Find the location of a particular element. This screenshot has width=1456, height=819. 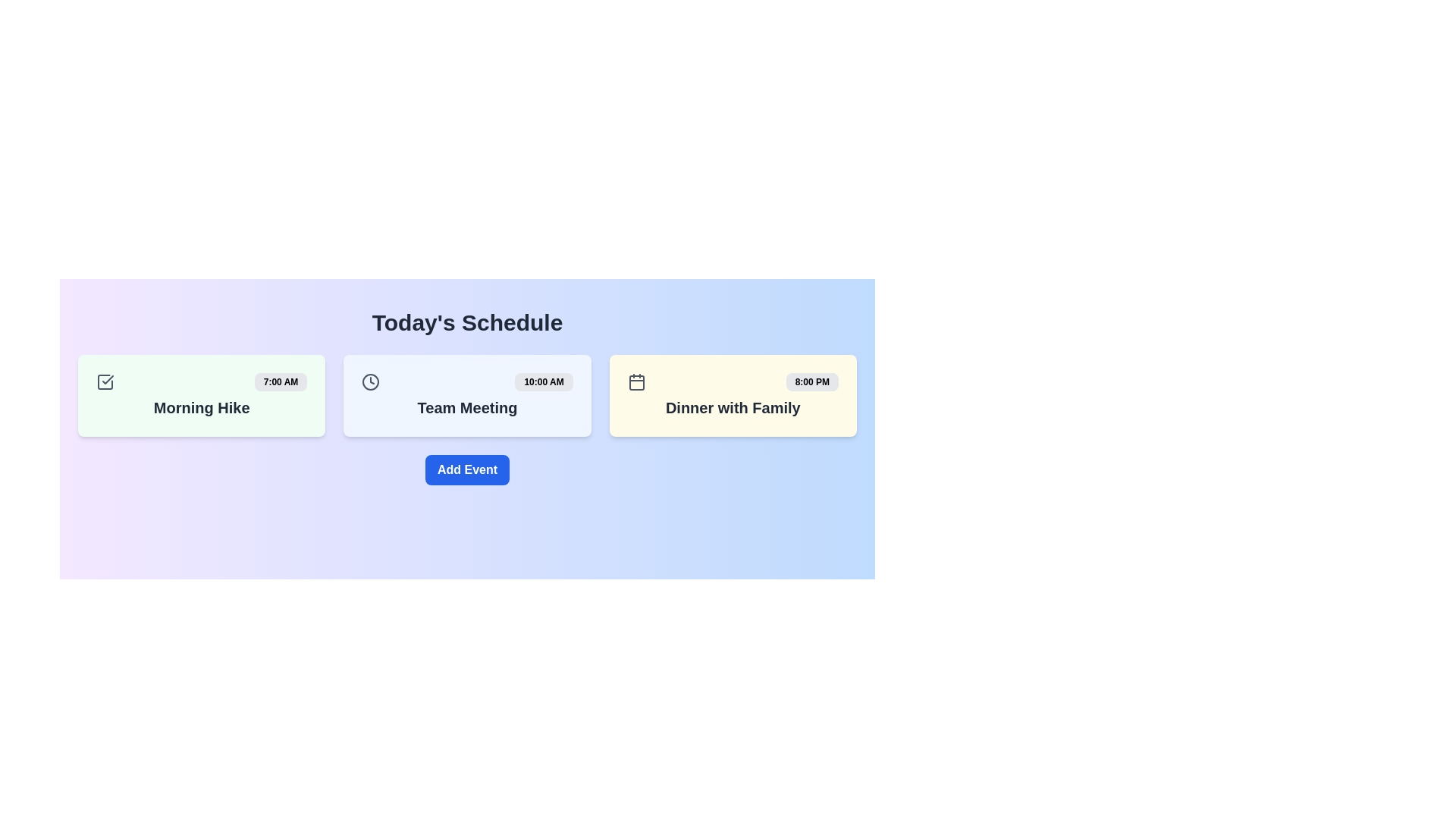

the calendar icon located to the left of the text 'Dinner with Family' within the third card of event cards is located at coordinates (636, 381).